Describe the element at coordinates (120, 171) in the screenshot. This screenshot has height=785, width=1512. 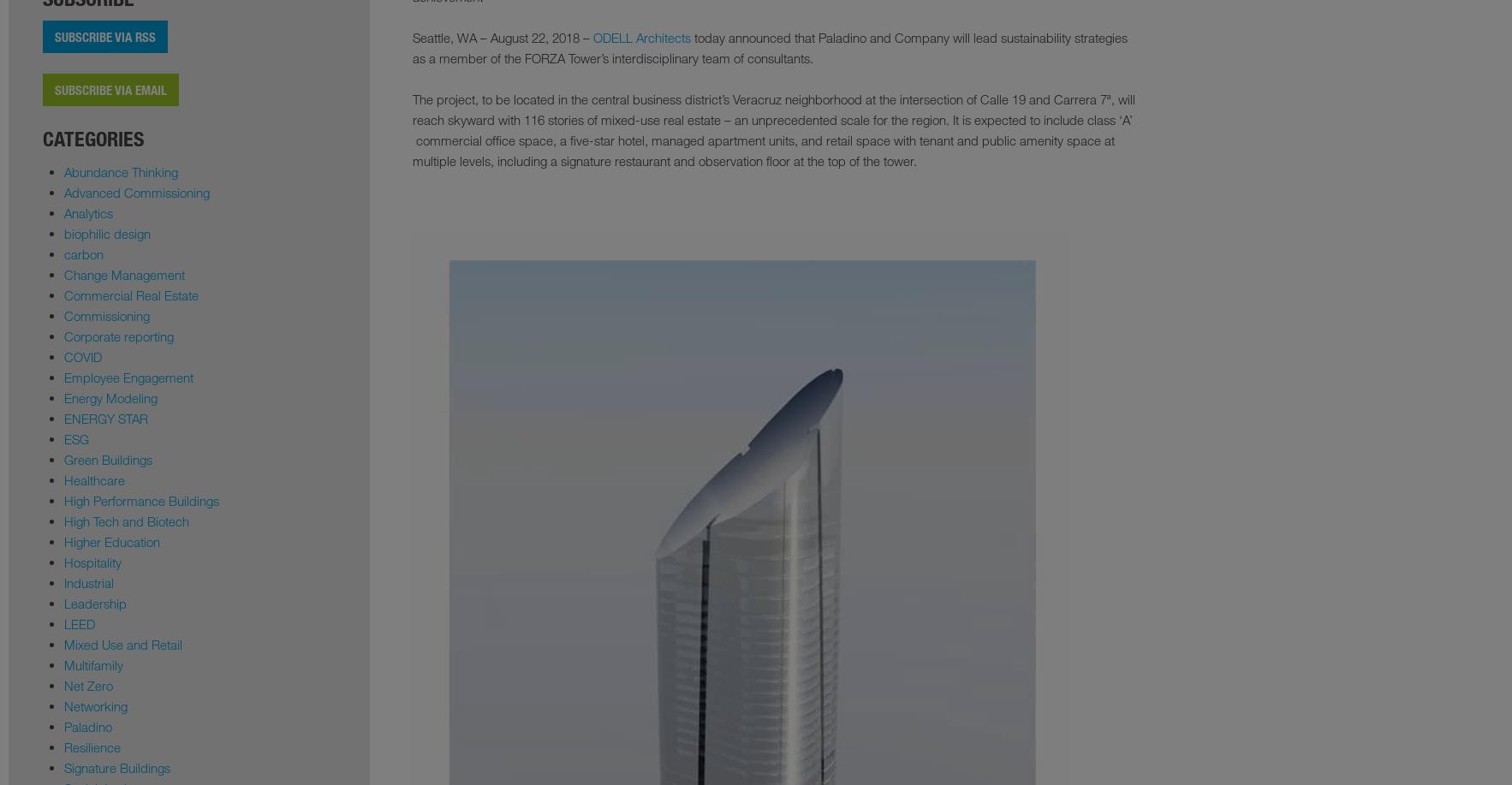
I see `'Abundance Thinking'` at that location.